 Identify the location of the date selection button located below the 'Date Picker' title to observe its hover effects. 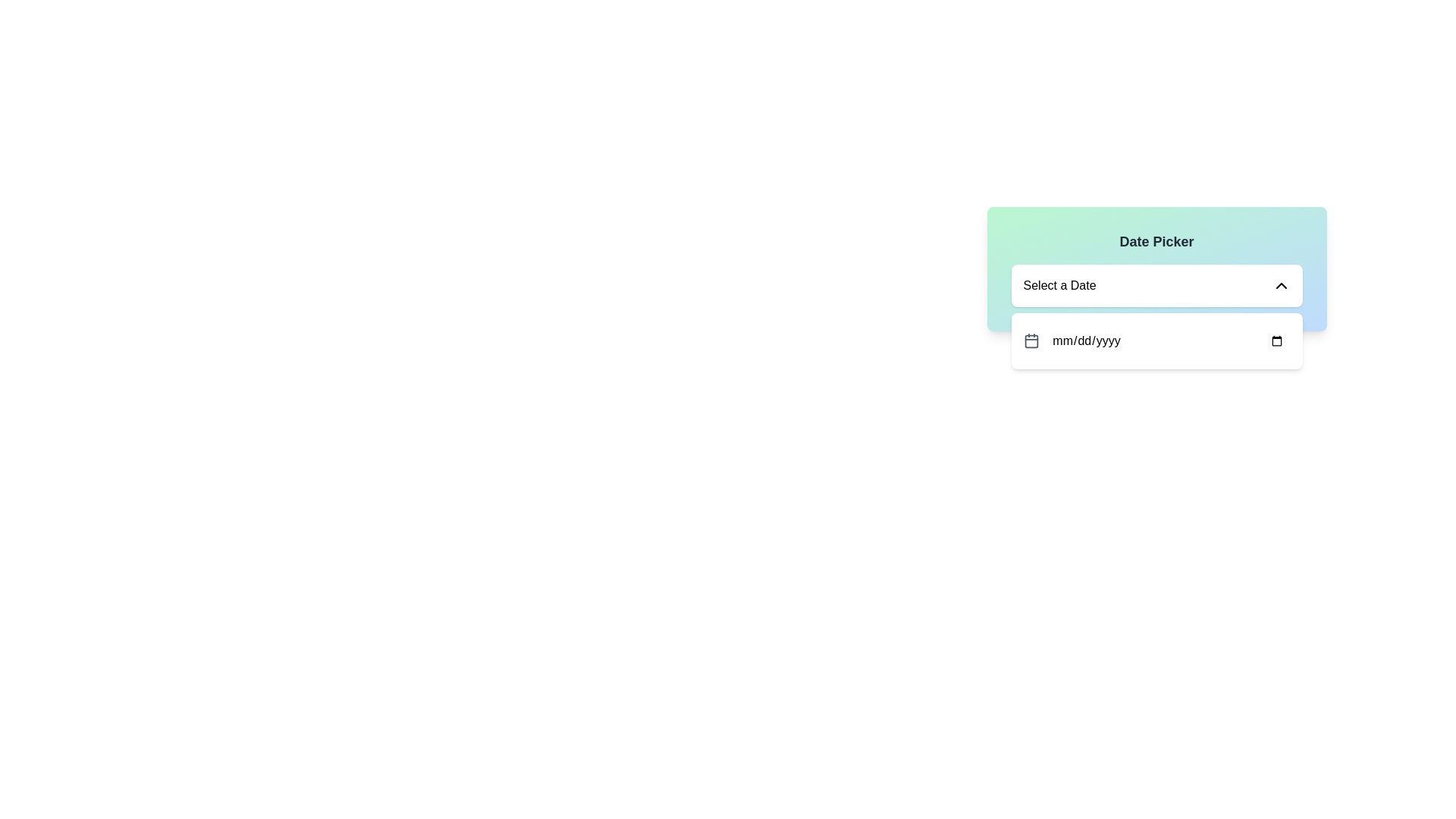
(1156, 286).